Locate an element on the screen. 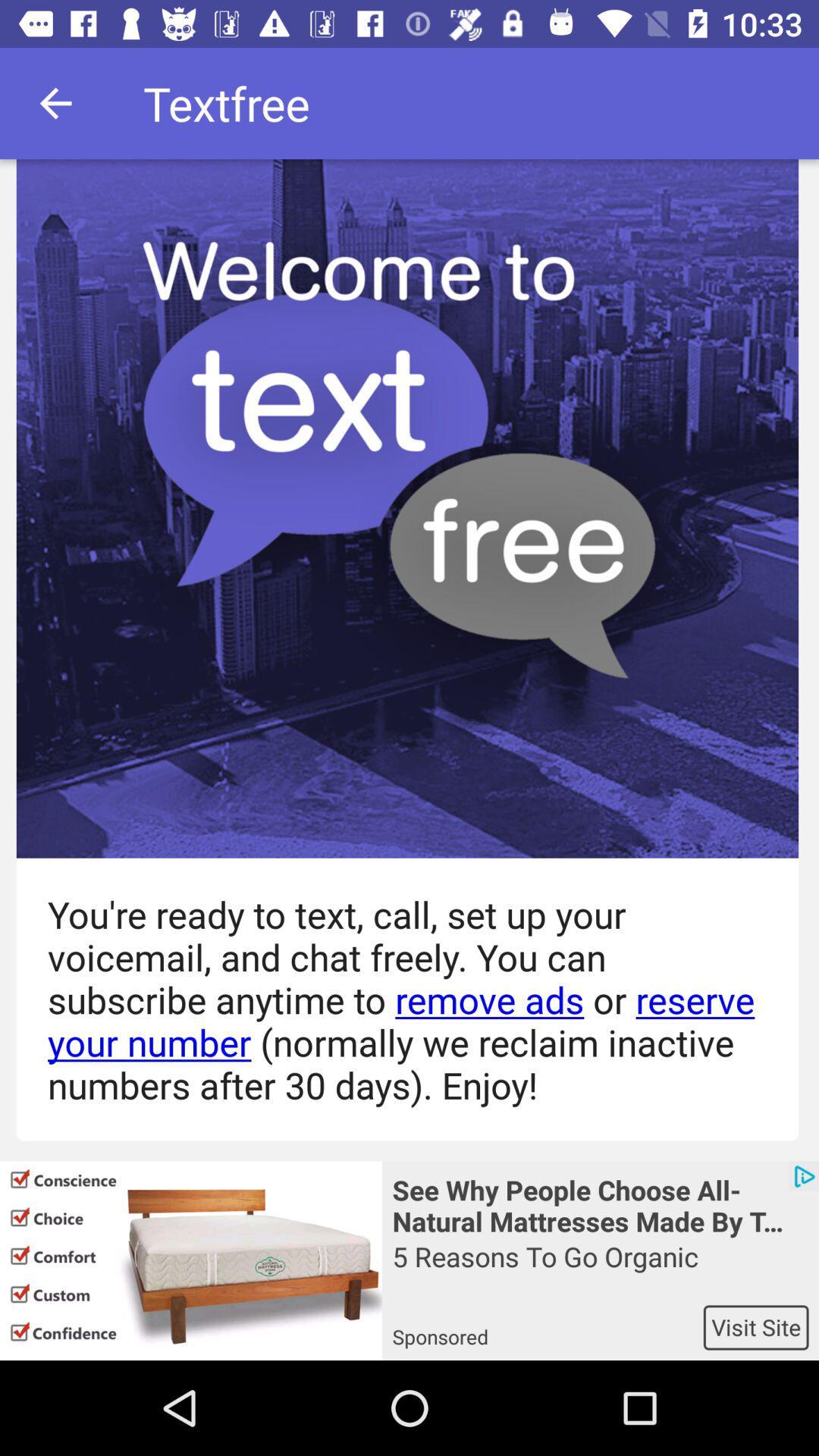 Image resolution: width=819 pixels, height=1456 pixels. app next to the see why people icon is located at coordinates (190, 1260).